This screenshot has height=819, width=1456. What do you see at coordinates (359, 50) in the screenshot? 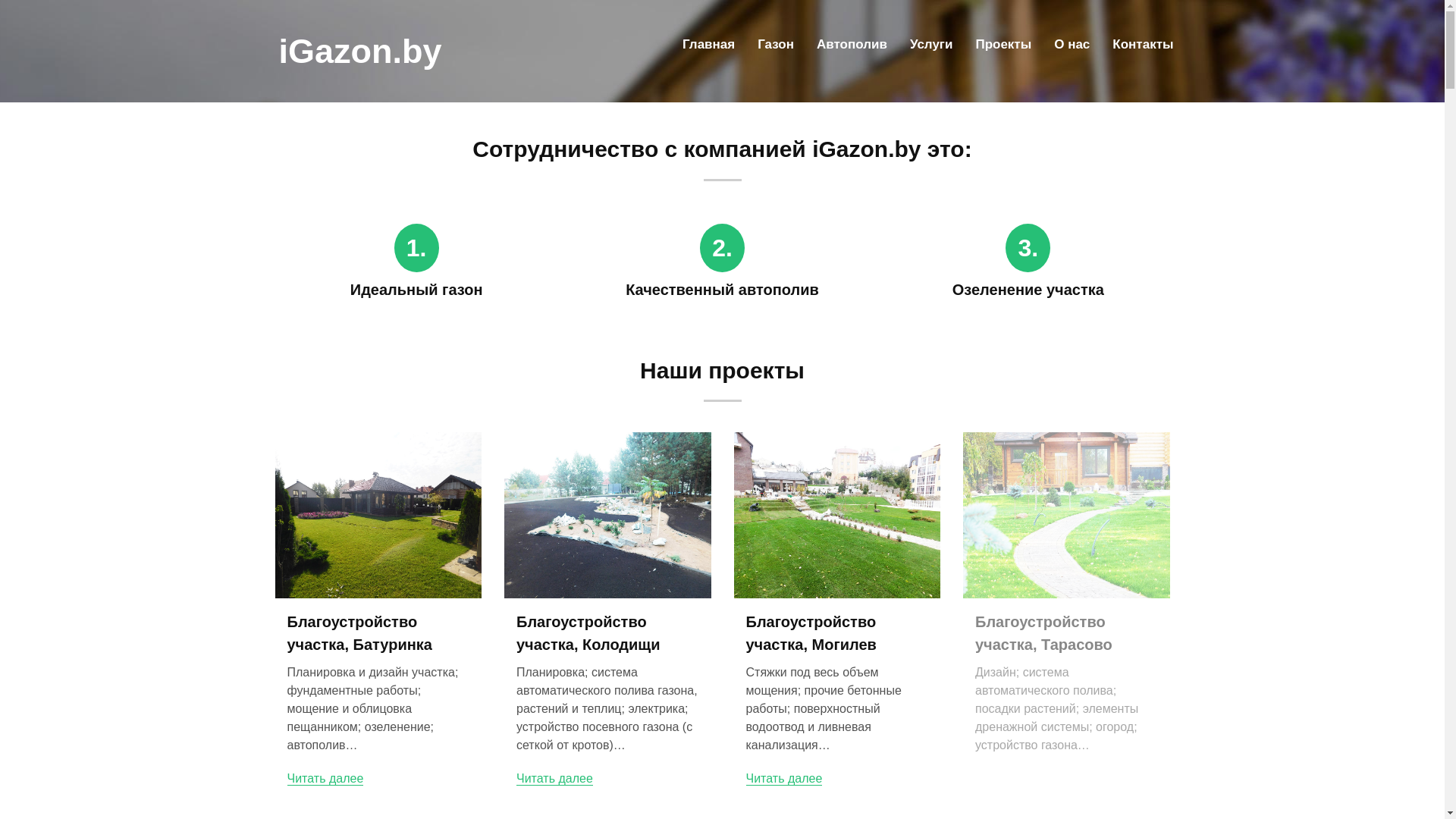
I see `'iGazon.by'` at bounding box center [359, 50].